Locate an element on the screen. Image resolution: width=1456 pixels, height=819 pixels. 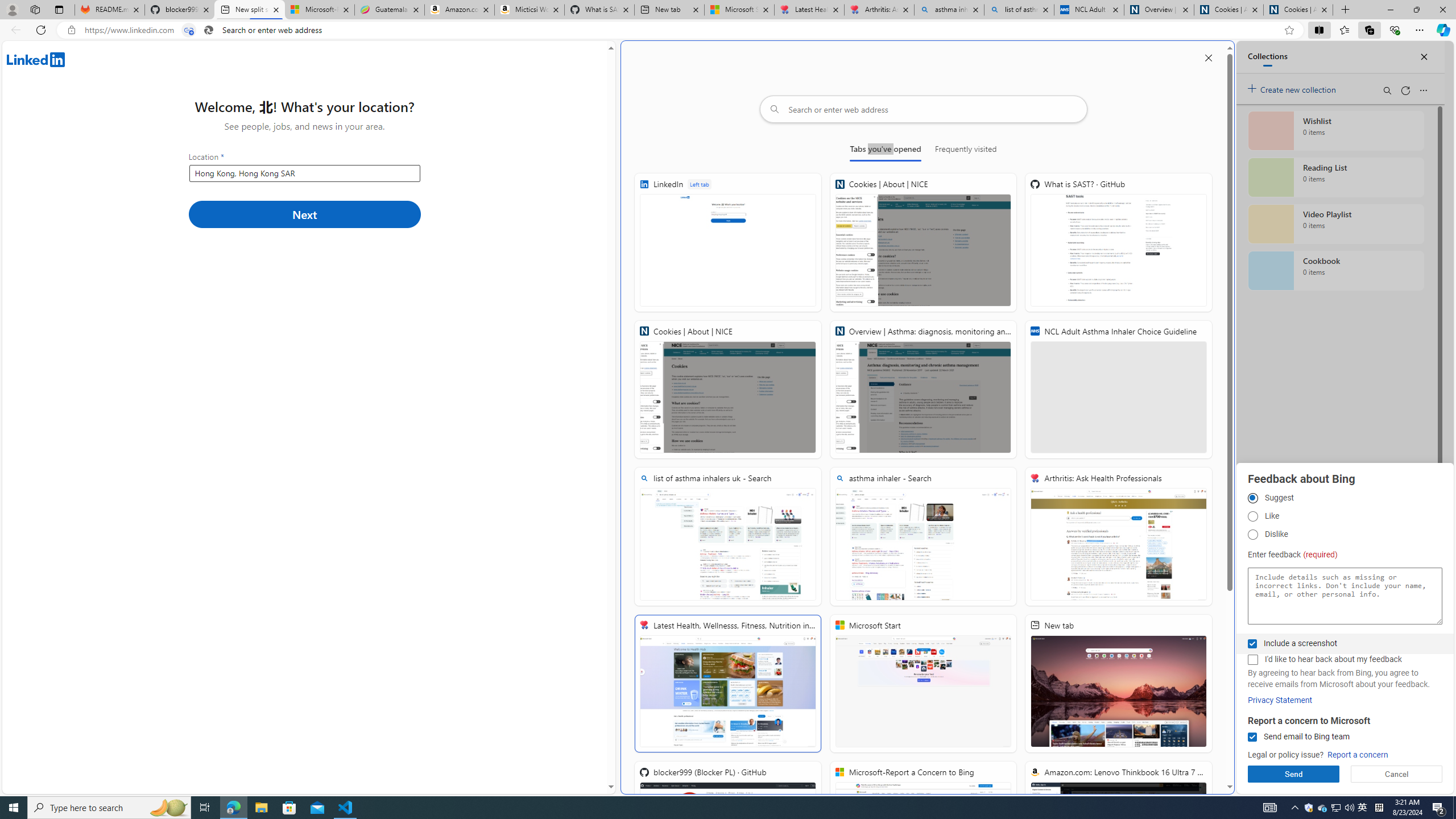
'Tabs in split screen' is located at coordinates (188, 30).